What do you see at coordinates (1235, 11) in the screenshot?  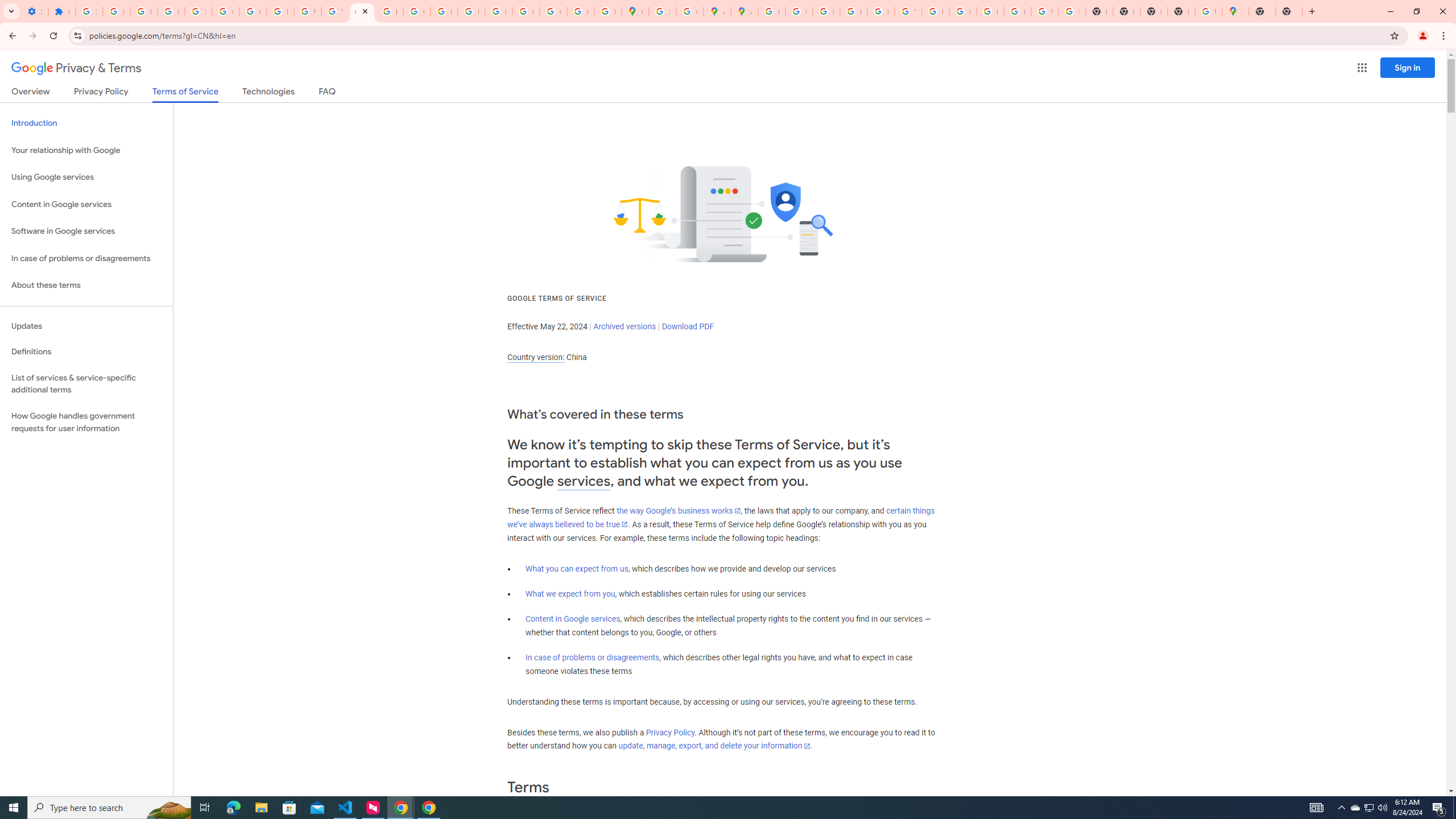 I see `'Google Maps'` at bounding box center [1235, 11].